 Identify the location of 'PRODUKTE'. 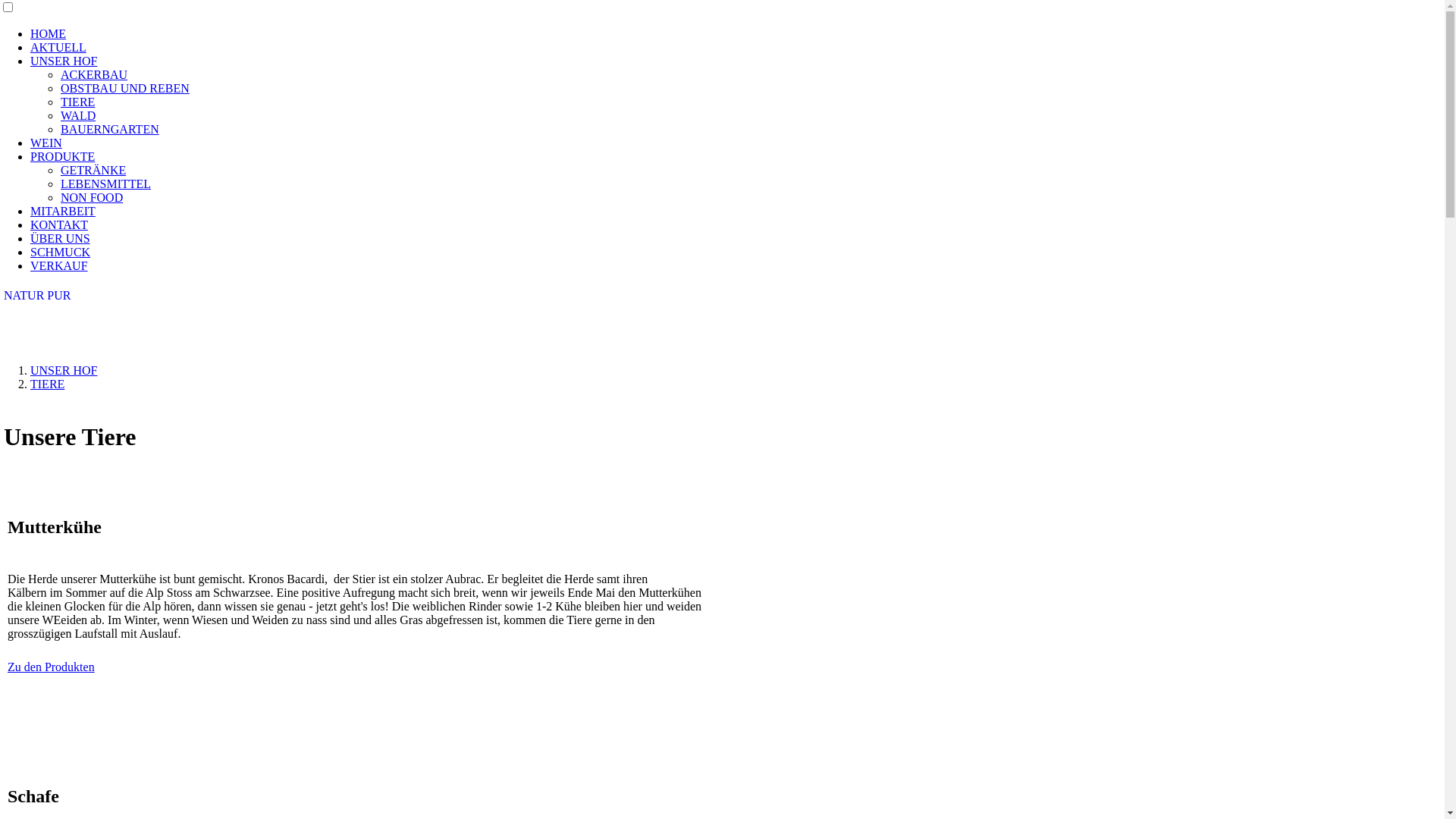
(61, 156).